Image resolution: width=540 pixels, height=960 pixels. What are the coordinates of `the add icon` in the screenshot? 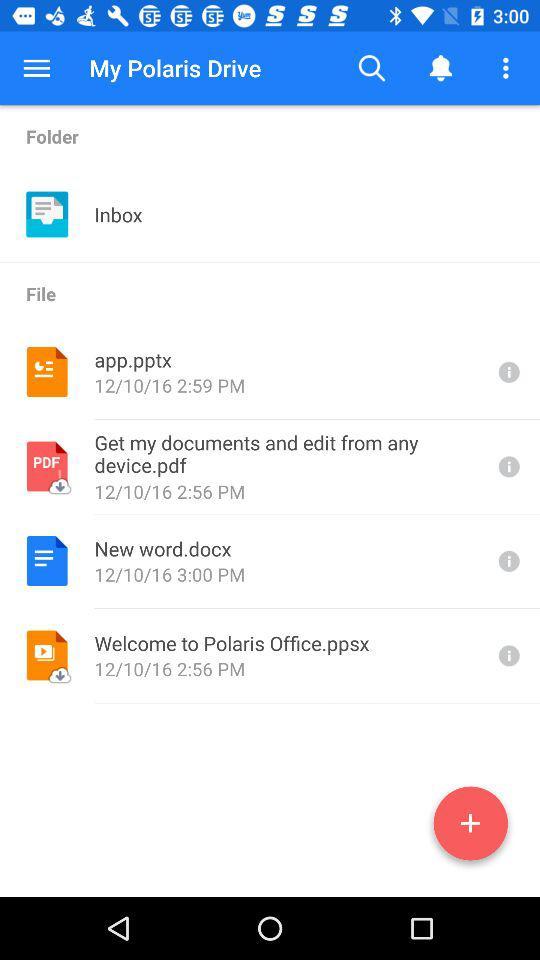 It's located at (470, 827).